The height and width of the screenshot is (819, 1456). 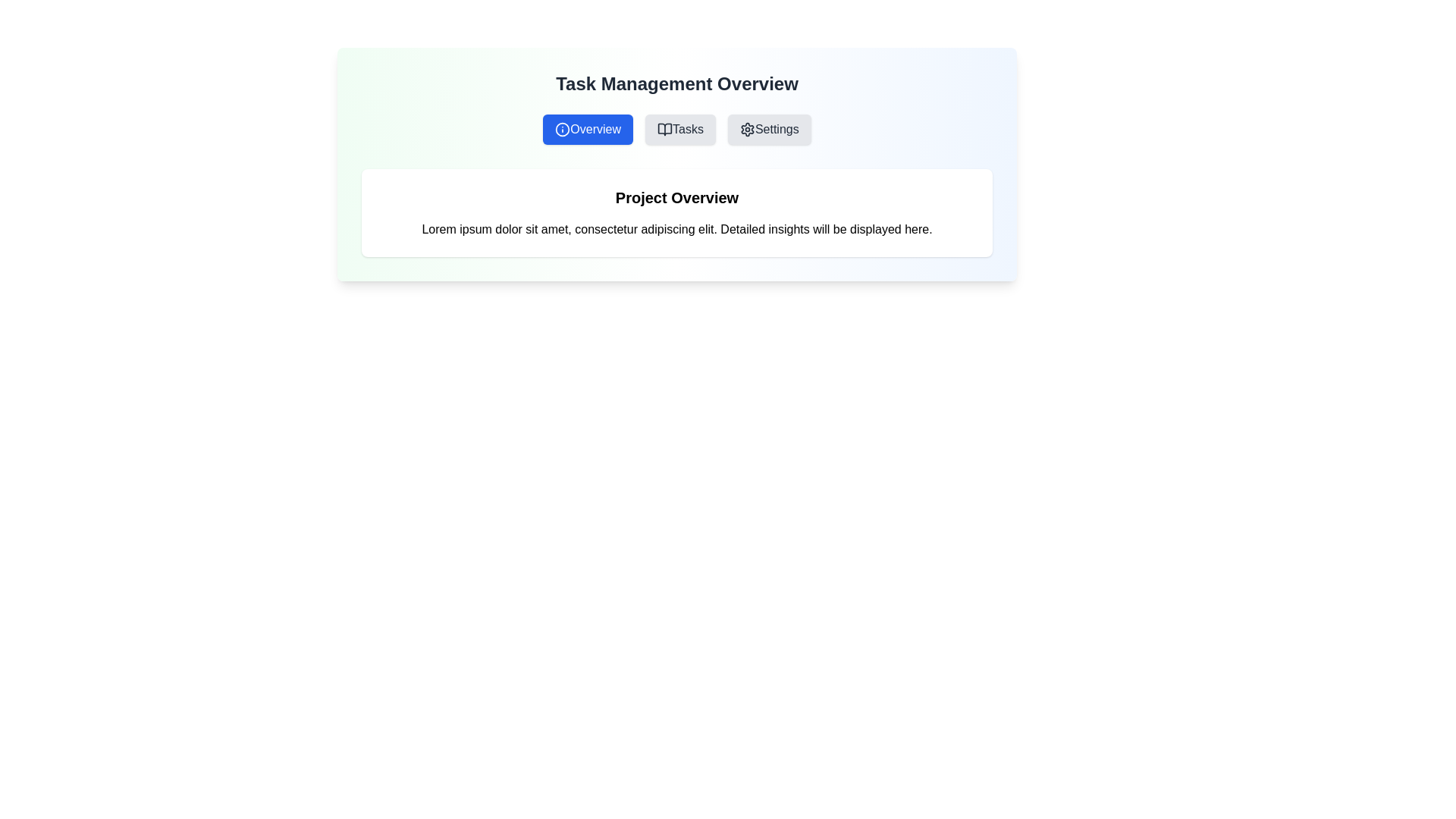 What do you see at coordinates (665, 128) in the screenshot?
I see `the open book icon that is part of the 'Tasks' button in the navigation bar, located at the left-most position before the text 'Tasks'` at bounding box center [665, 128].